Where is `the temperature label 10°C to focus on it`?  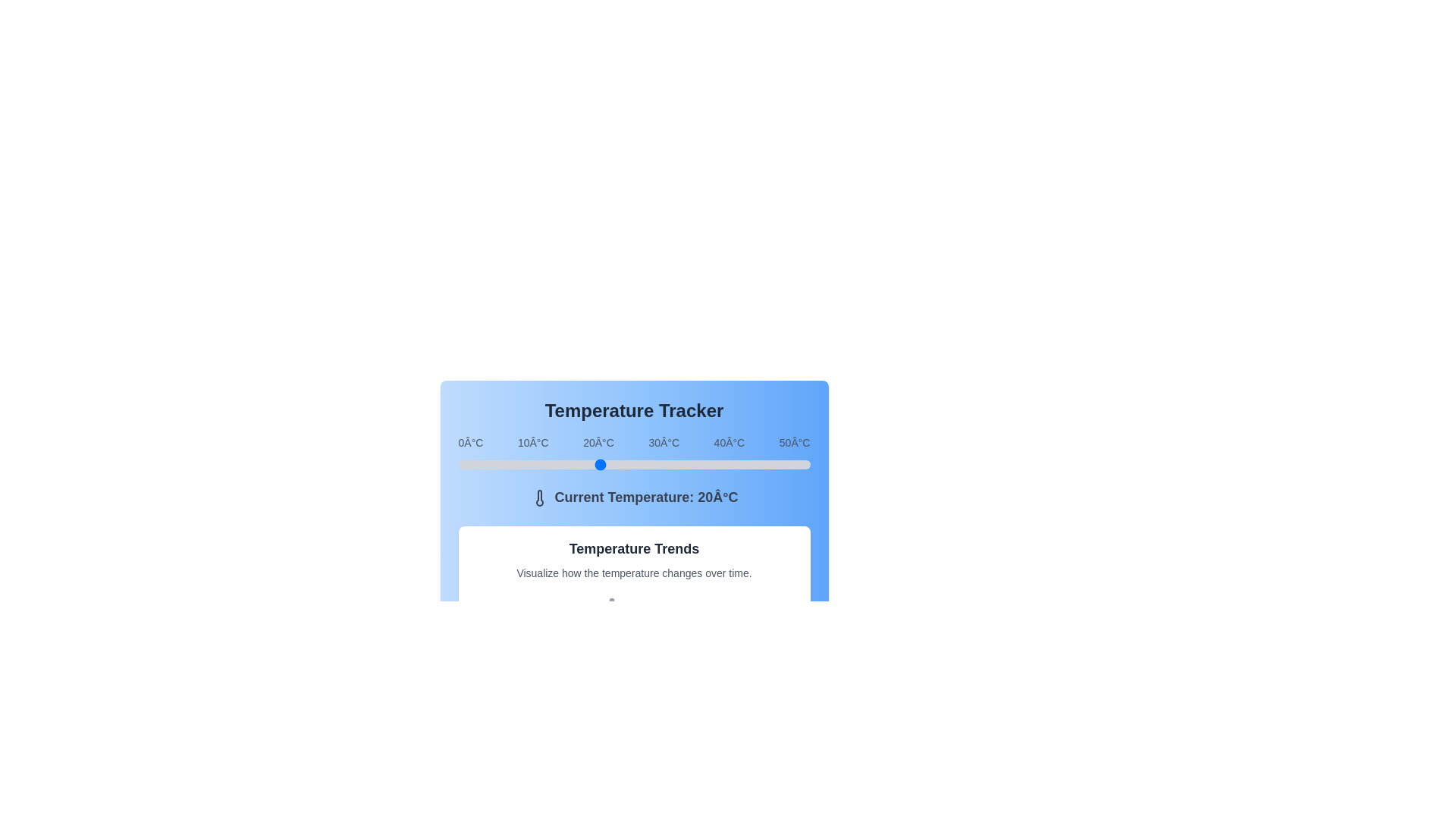 the temperature label 10°C to focus on it is located at coordinates (533, 442).